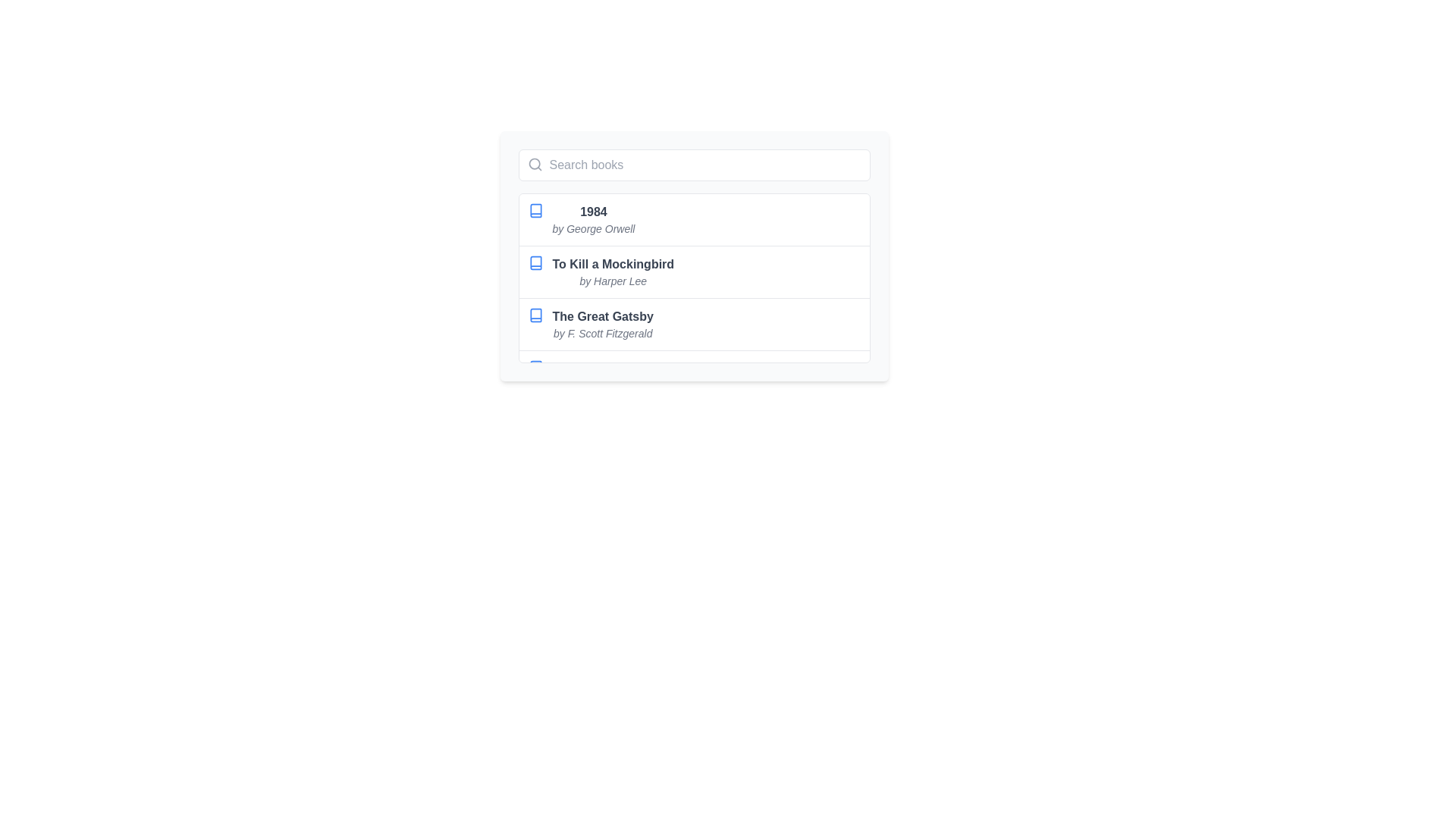 This screenshot has height=819, width=1456. Describe the element at coordinates (535, 262) in the screenshot. I see `the blue book icon located in the second list item, which precedes the title 'To Kill a Mockingbird'` at that location.